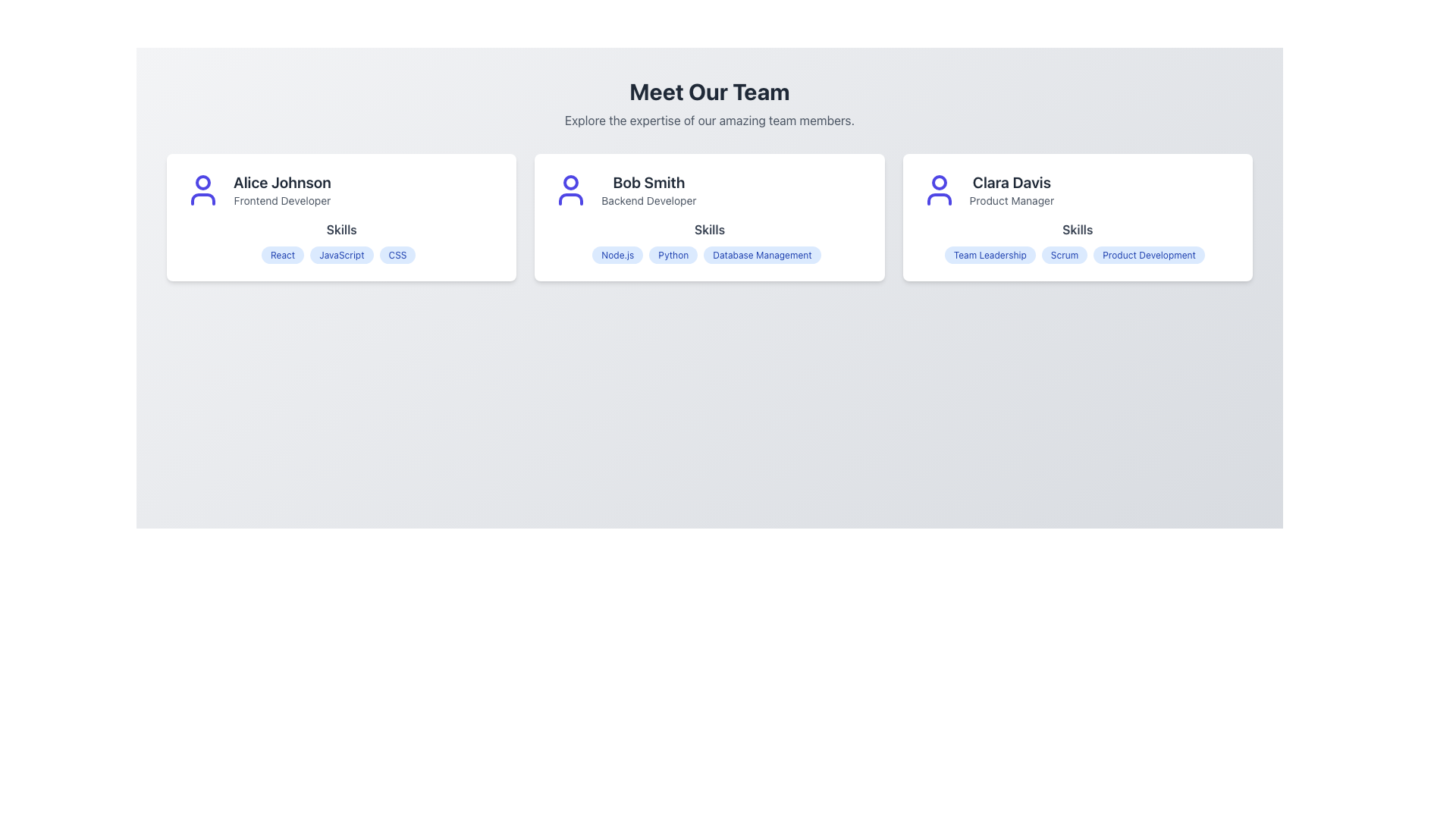  Describe the element at coordinates (709, 91) in the screenshot. I see `the heading text element that introduces the section for showcasing team members, which is centered horizontally at the top of the interface` at that location.